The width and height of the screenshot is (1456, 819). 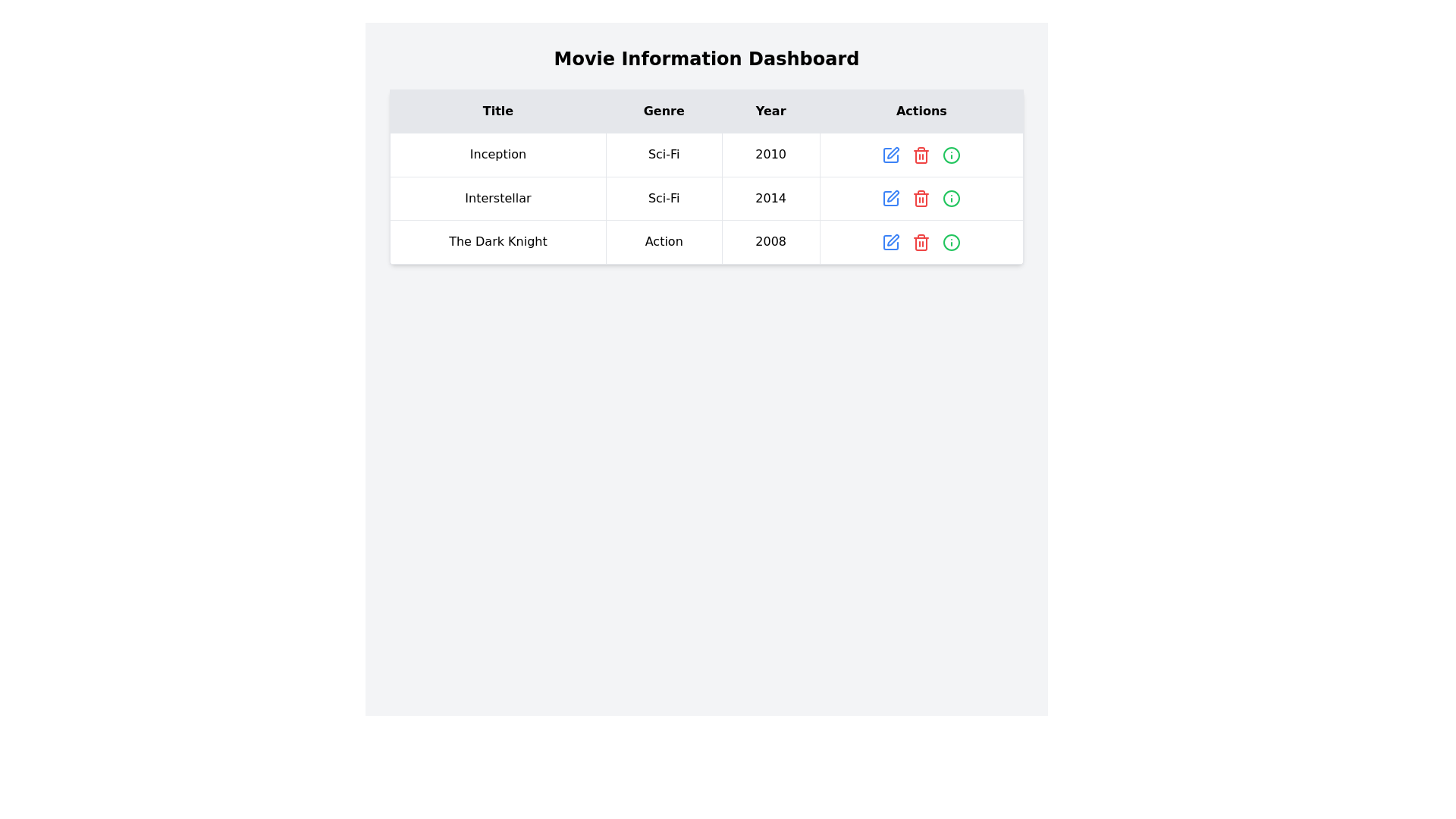 I want to click on the 'Actions' header, which is a rectangular text-based header labeled with bold black text and a light gray background, positioned as the fourth header in a table structure, so click(x=921, y=110).